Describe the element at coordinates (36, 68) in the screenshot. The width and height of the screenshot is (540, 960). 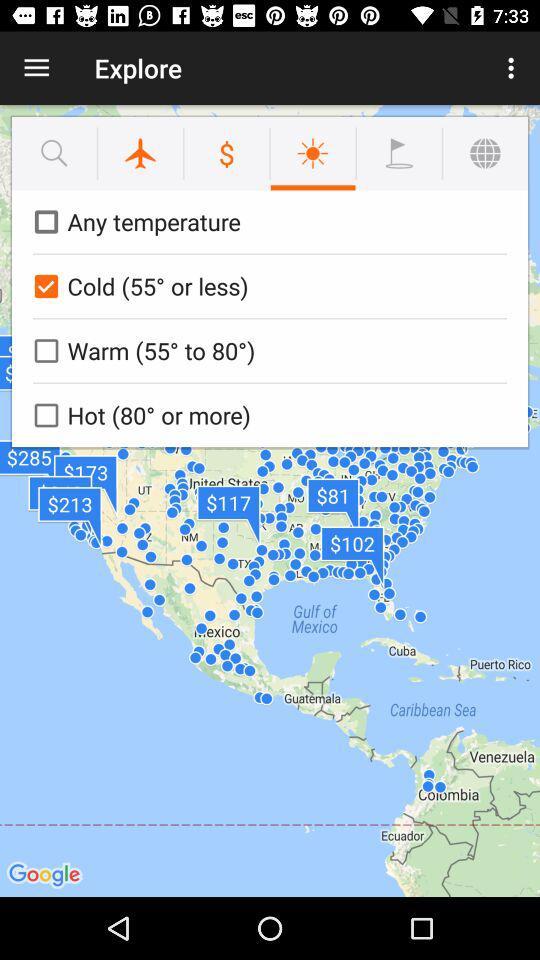
I see `the item to the left of the explore` at that location.